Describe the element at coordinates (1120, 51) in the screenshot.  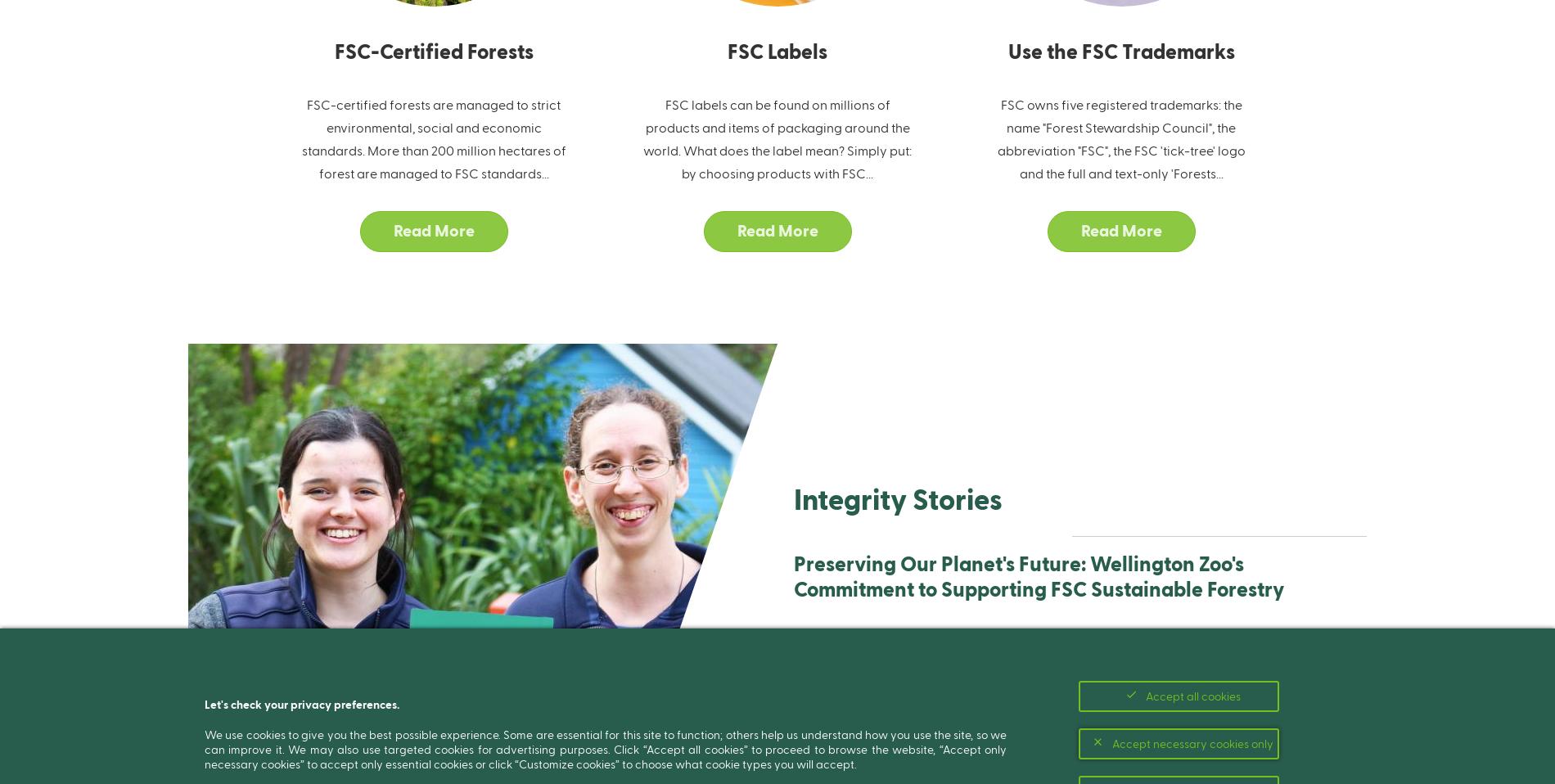
I see `'Use the FSC Trademarks'` at that location.